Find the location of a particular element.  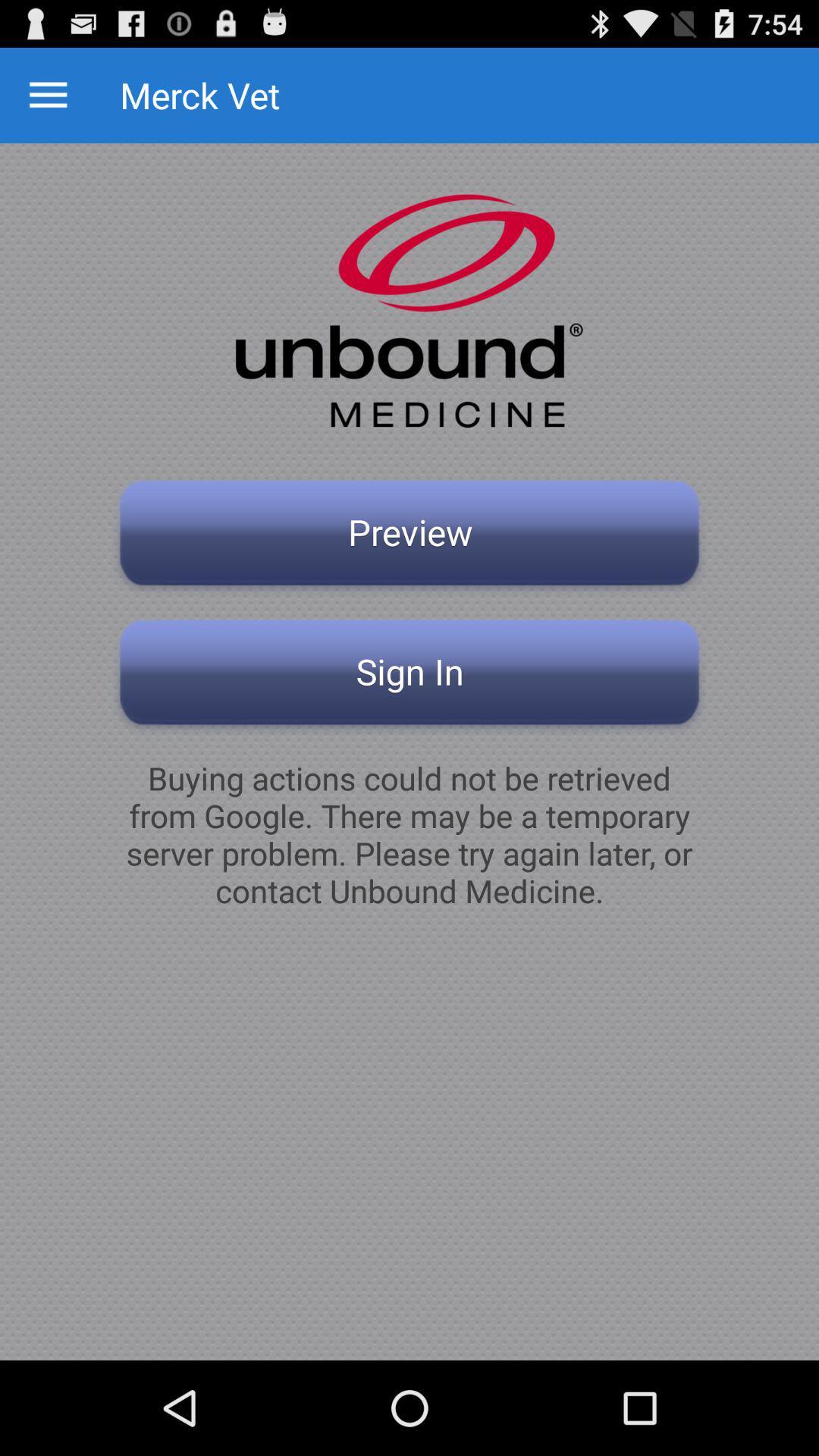

the app above buying actions could icon is located at coordinates (409, 676).